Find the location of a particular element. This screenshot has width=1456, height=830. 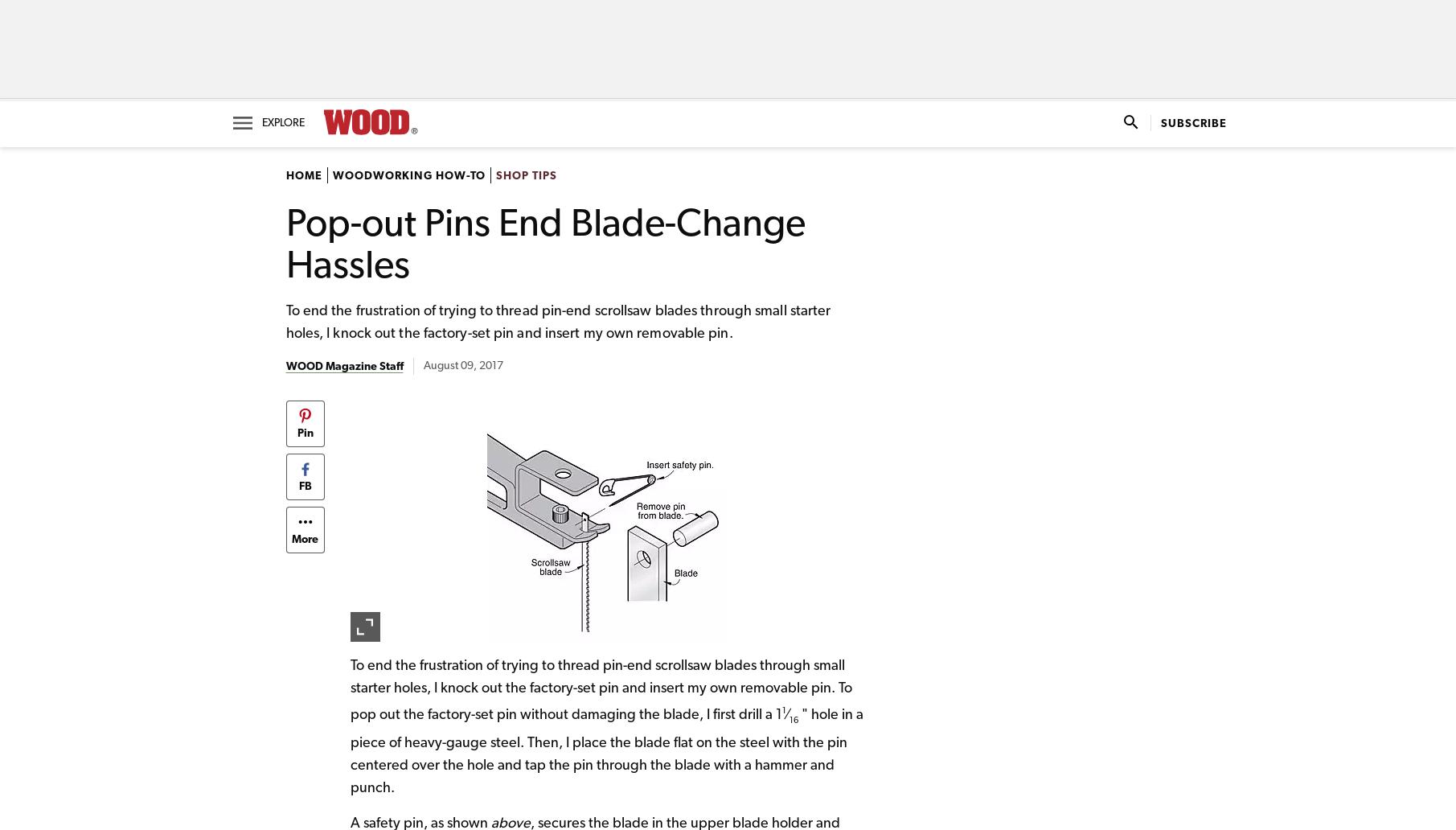

'To end the frustration of trying to thread pin-end scrollsaw blades through small starter holes, I knock out the factory-set pin and insert my own removable pin. To pop out the factory-set pin without damaging the blade, I first drill a 1' is located at coordinates (600, 690).